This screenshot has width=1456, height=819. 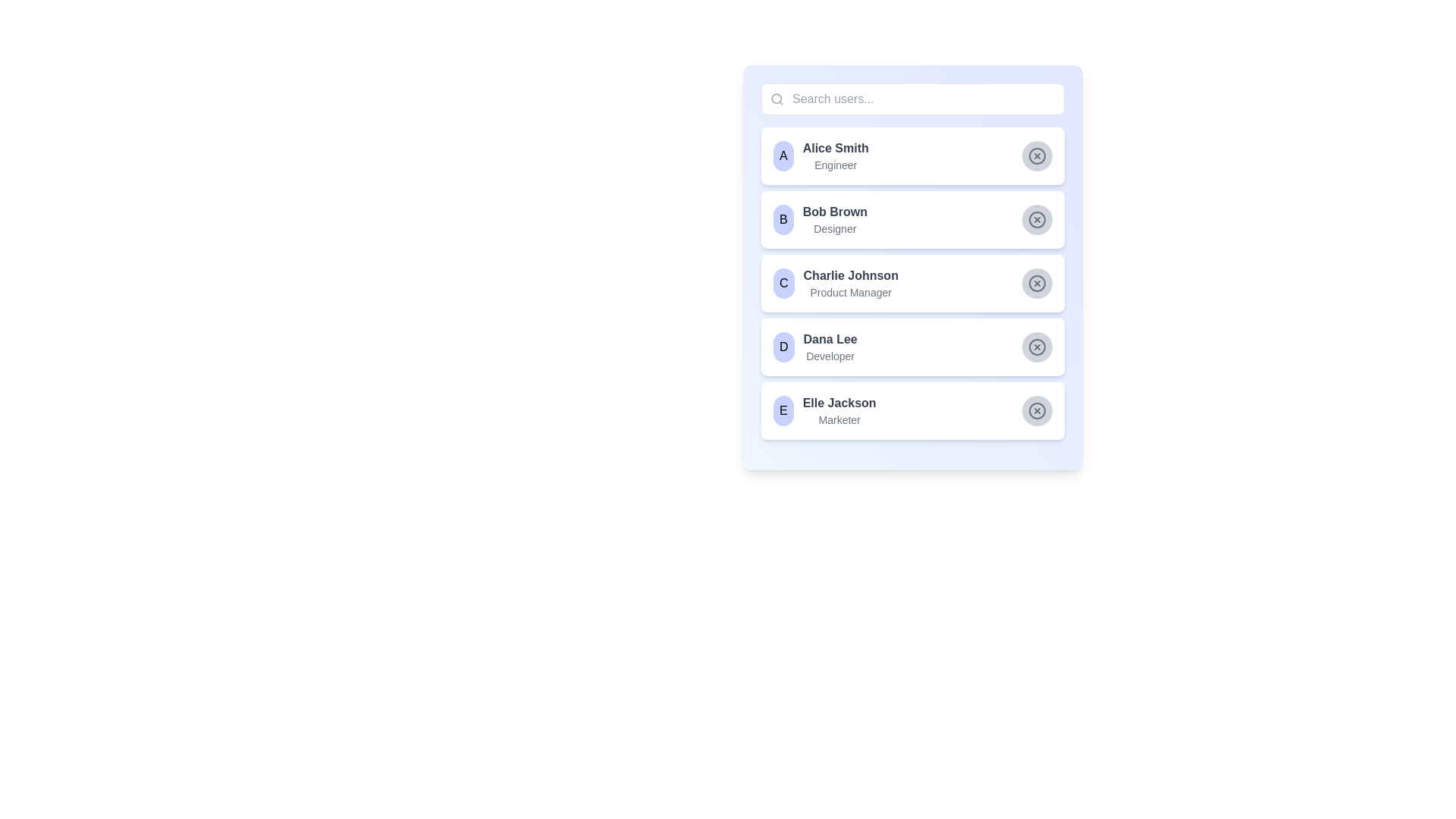 I want to click on the circular badge with a light indigo background and the letter 'A' in black, bold text, located at the topmost entry of a vertical list, preceding 'Alice Smith' and 'Engineer', so click(x=783, y=155).